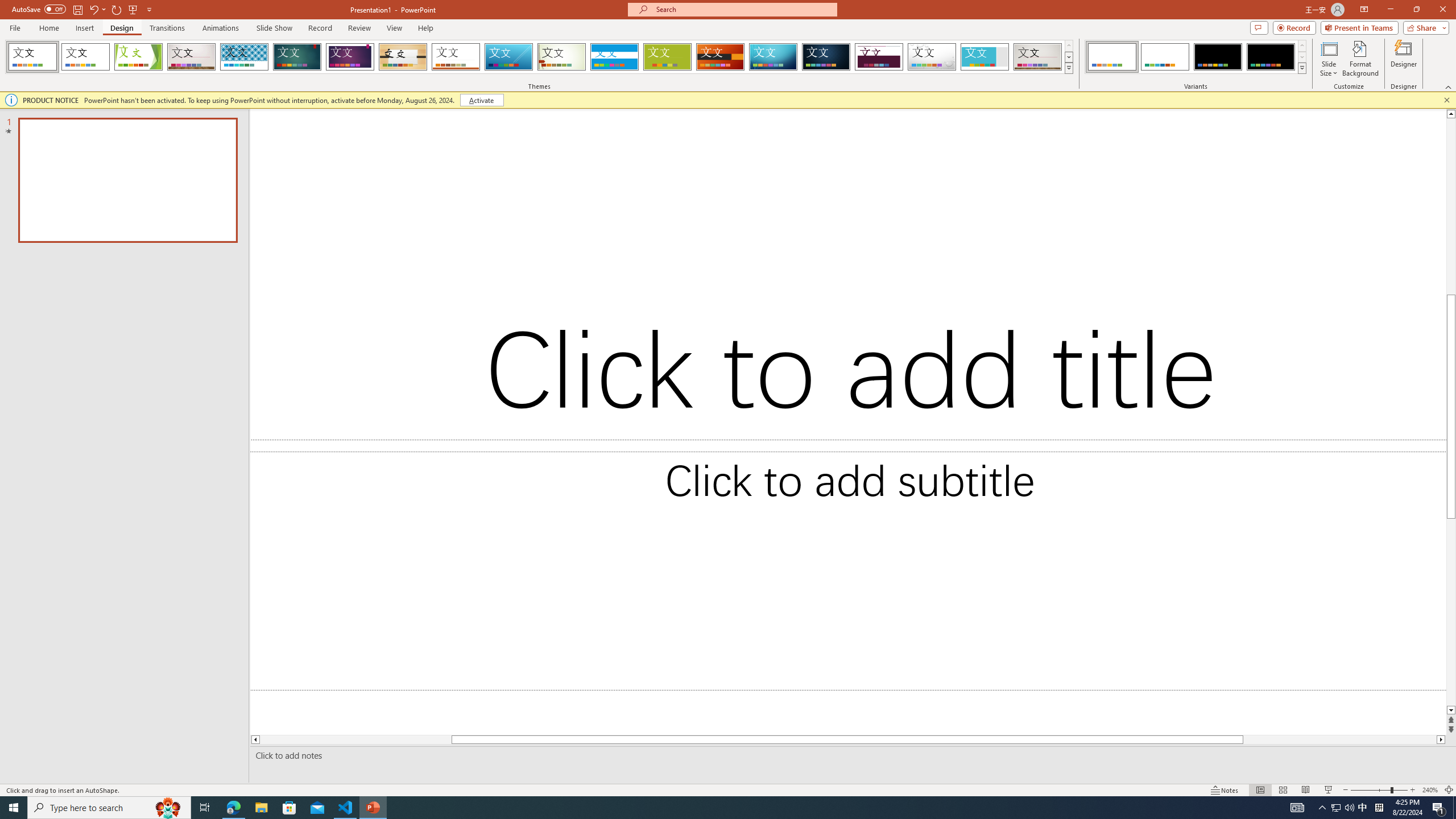 Image resolution: width=1456 pixels, height=819 pixels. Describe the element at coordinates (879, 56) in the screenshot. I see `'Dividend'` at that location.